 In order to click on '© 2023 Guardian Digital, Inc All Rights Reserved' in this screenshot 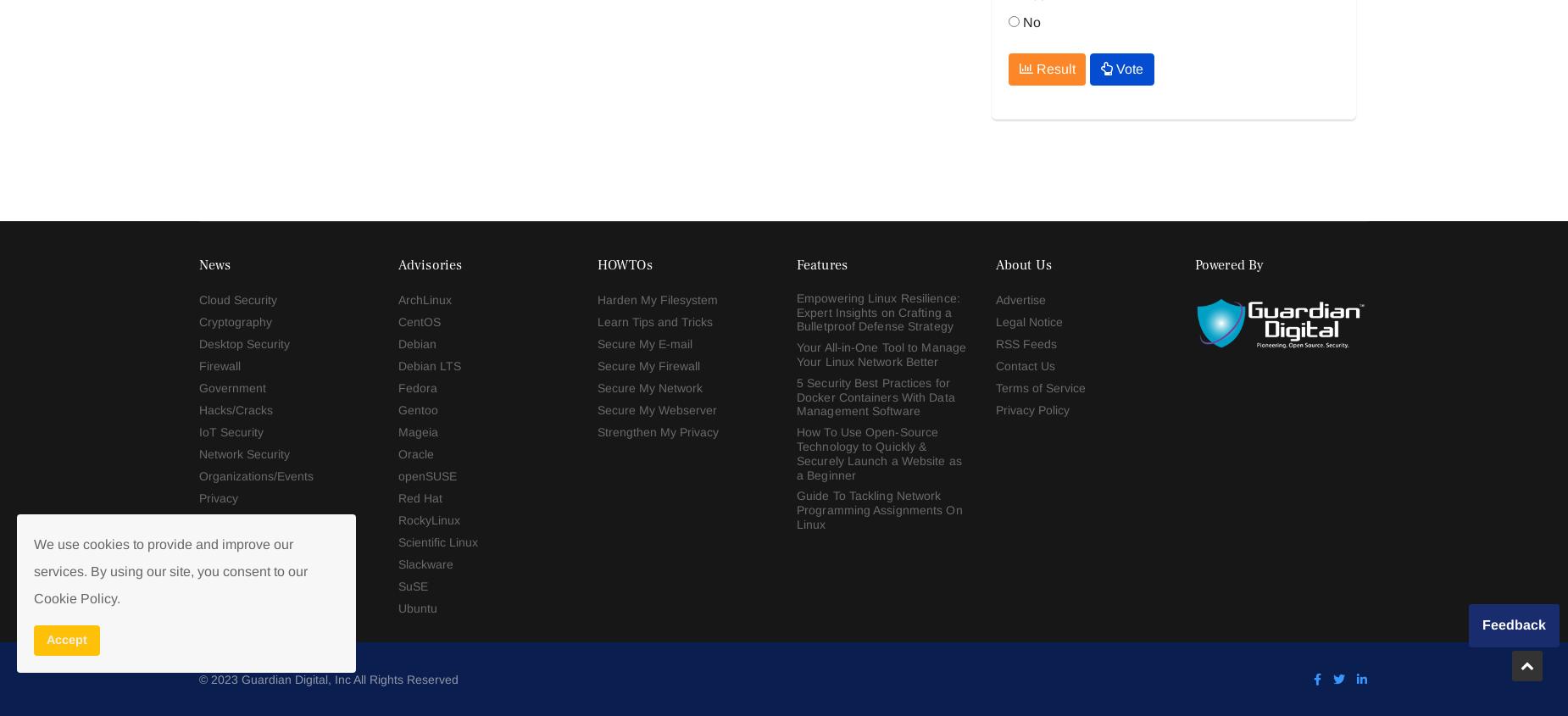, I will do `click(327, 252)`.